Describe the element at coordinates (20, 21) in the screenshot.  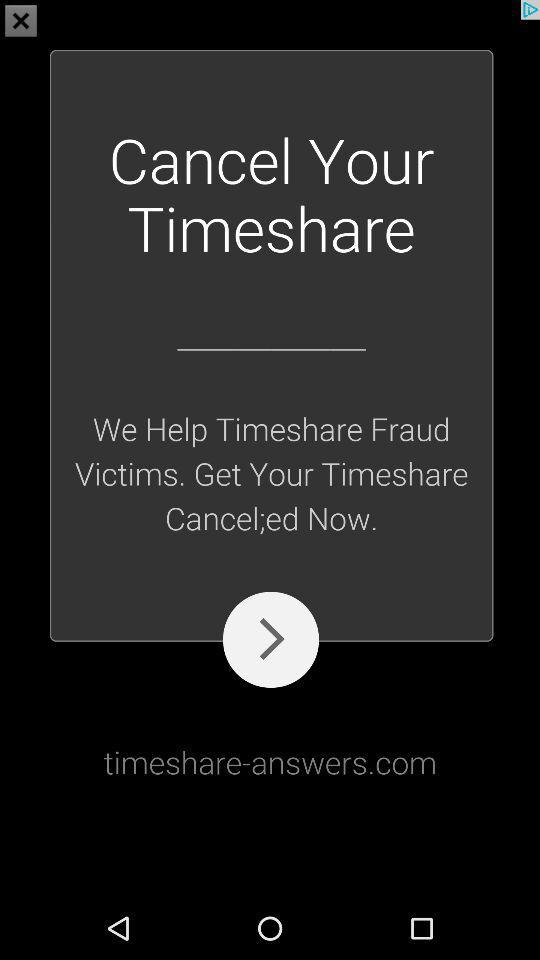
I see `the close icon` at that location.